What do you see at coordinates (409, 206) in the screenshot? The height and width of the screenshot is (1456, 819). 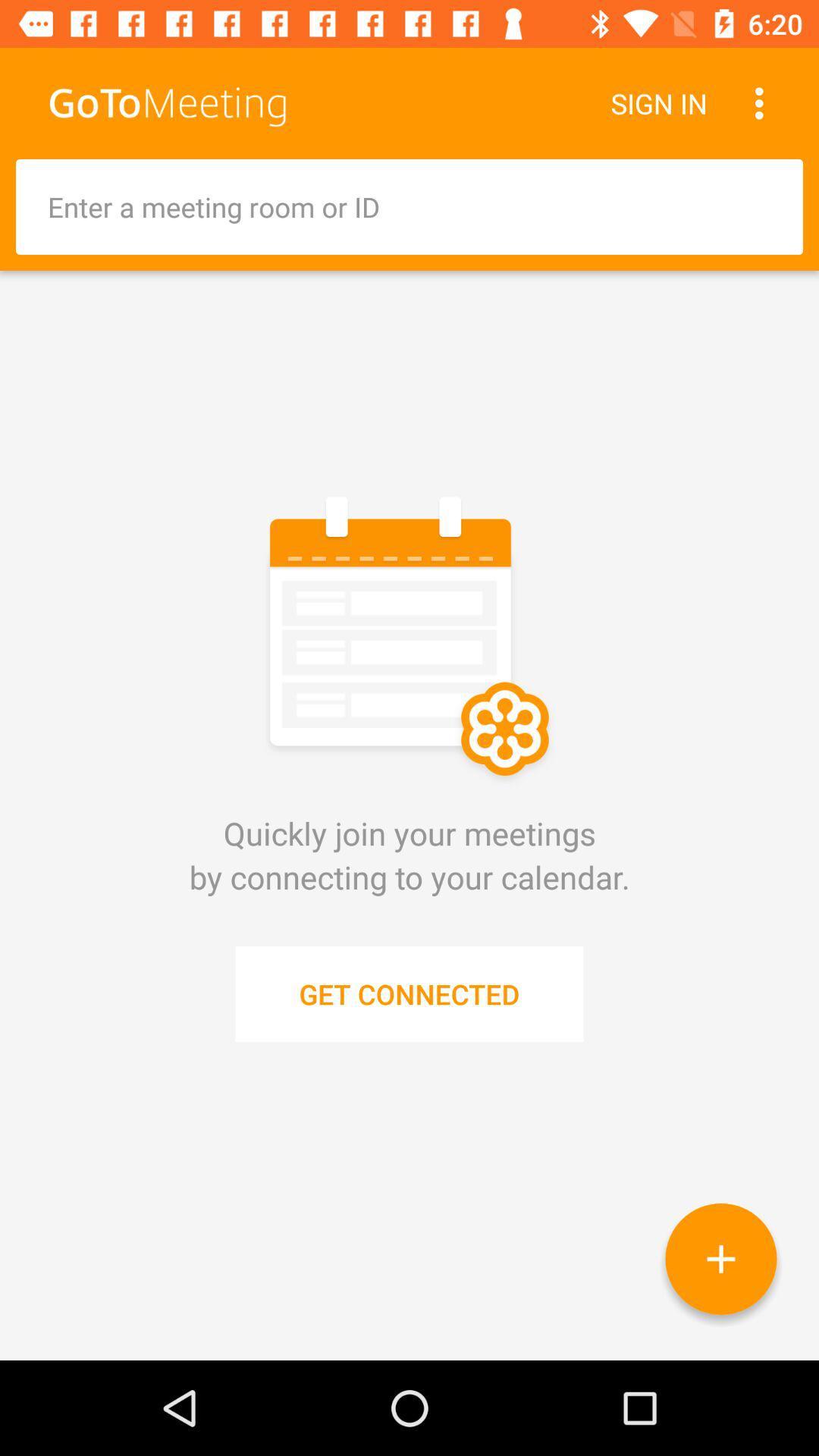 I see `type id` at bounding box center [409, 206].